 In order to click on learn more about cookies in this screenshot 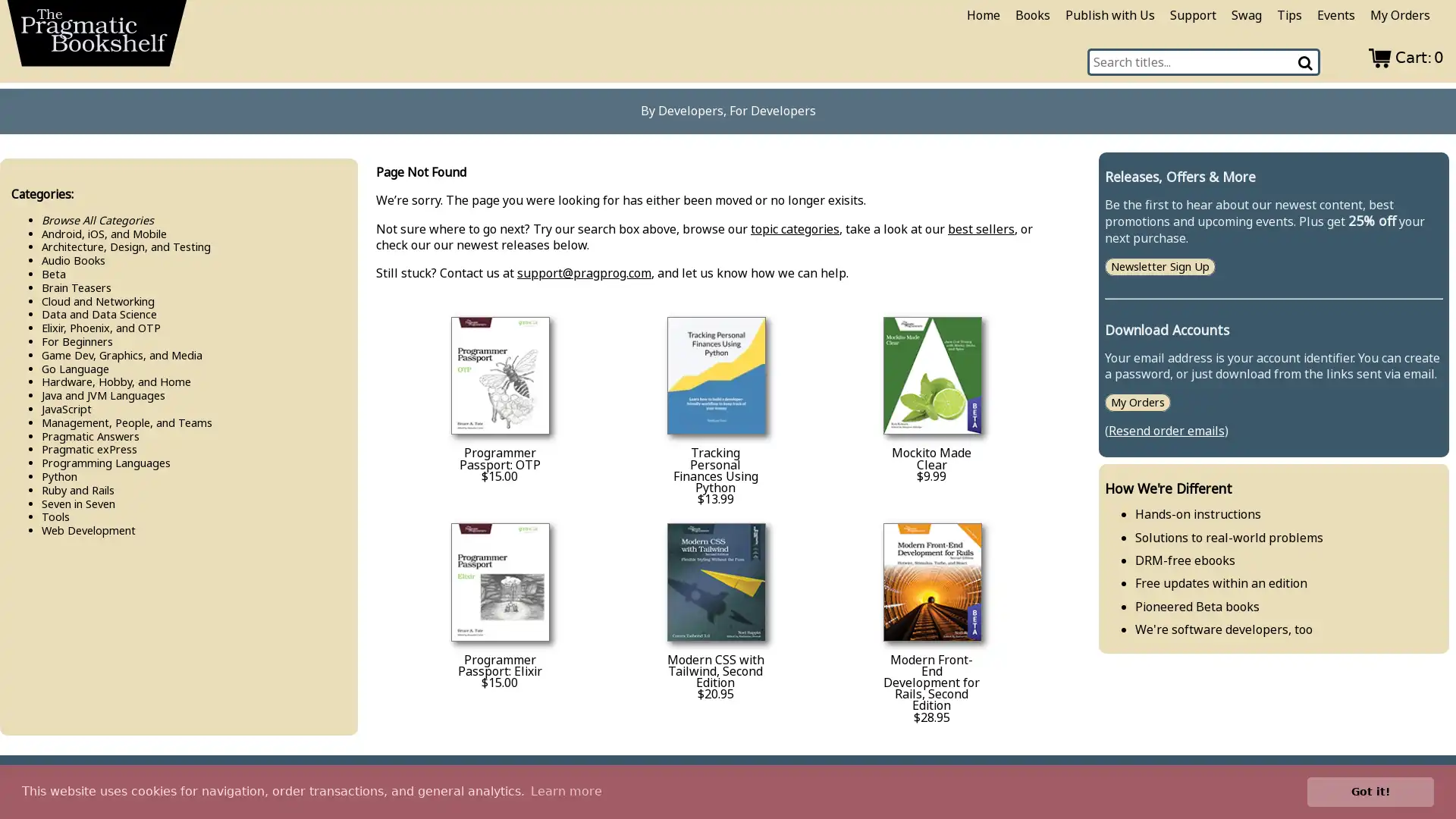, I will do `click(565, 791)`.